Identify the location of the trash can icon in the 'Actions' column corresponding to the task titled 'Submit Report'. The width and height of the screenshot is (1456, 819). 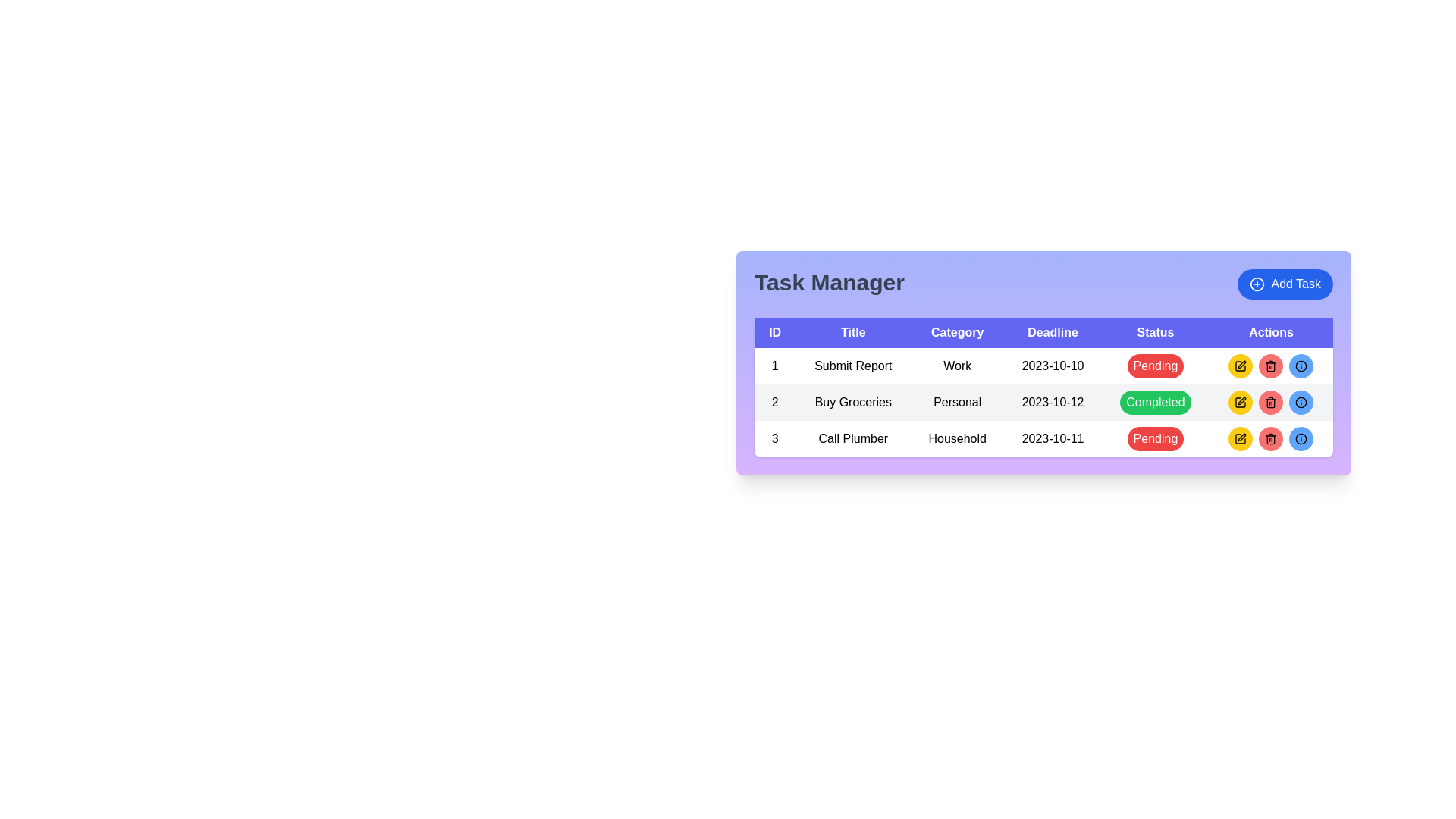
(1271, 402).